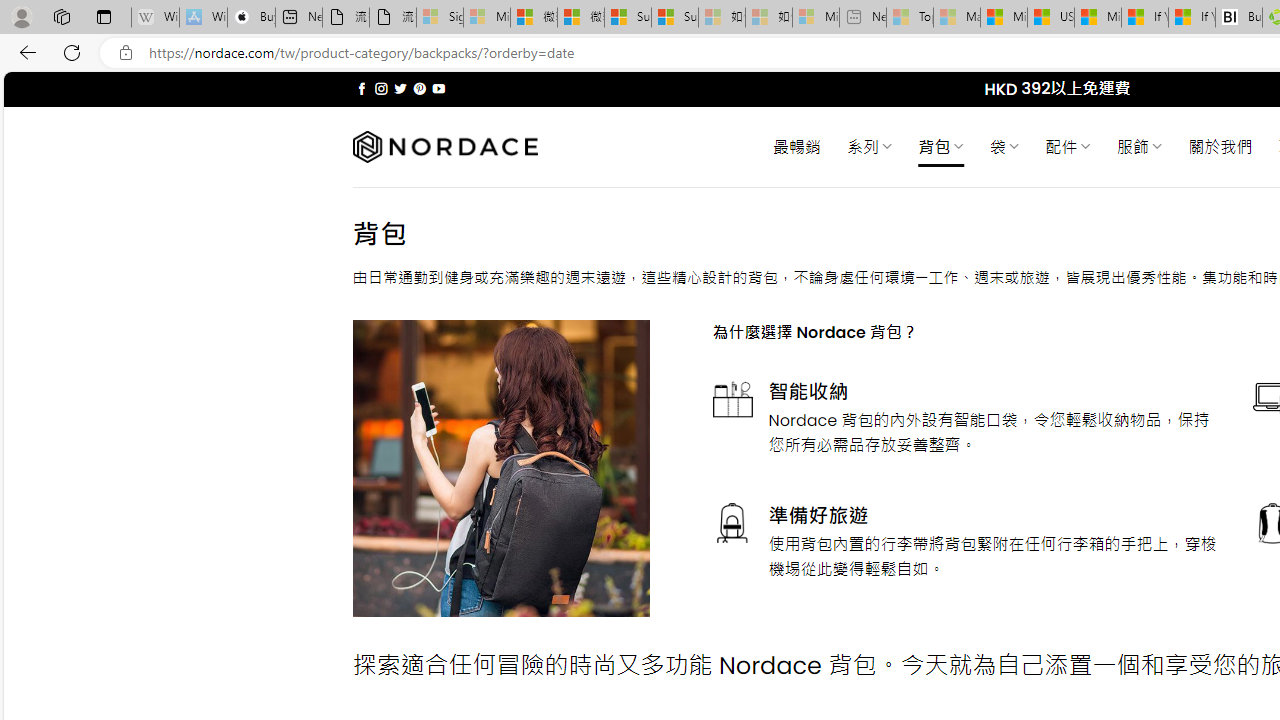  I want to click on 'Microsoft Services Agreement - Sleeping', so click(486, 17).